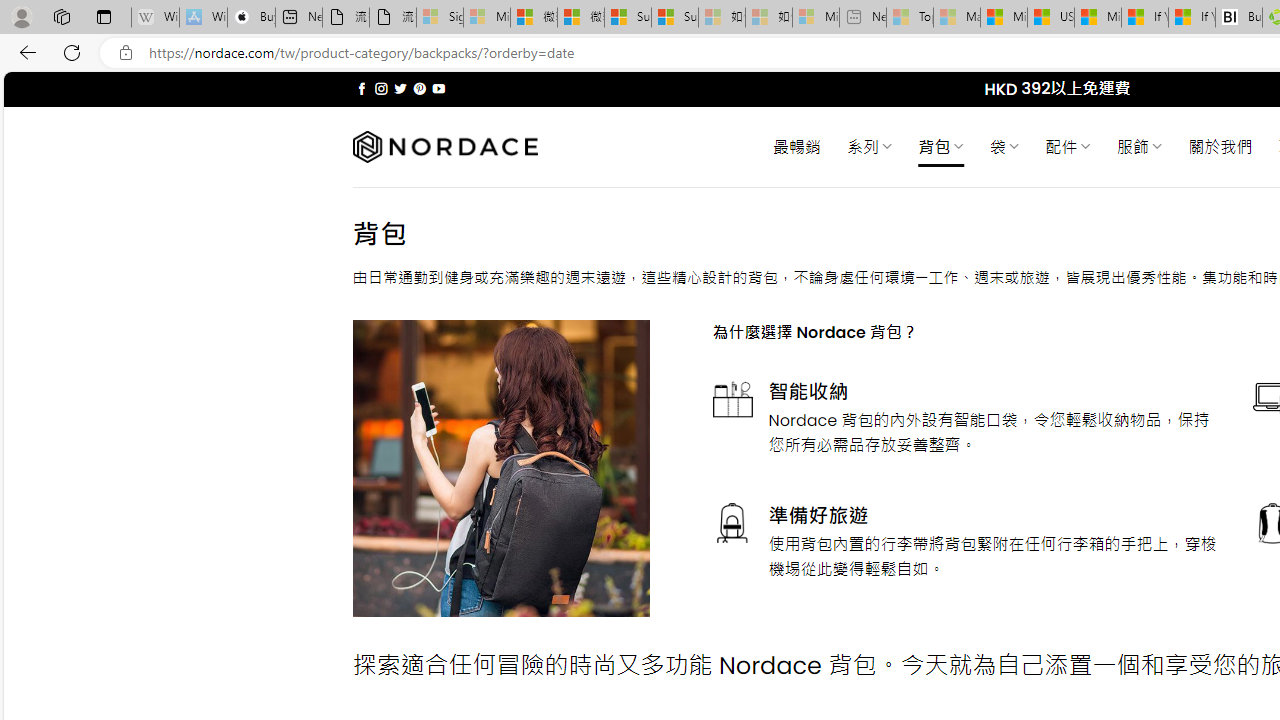  I want to click on 'Microsoft Services Agreement - Sleeping', so click(486, 17).